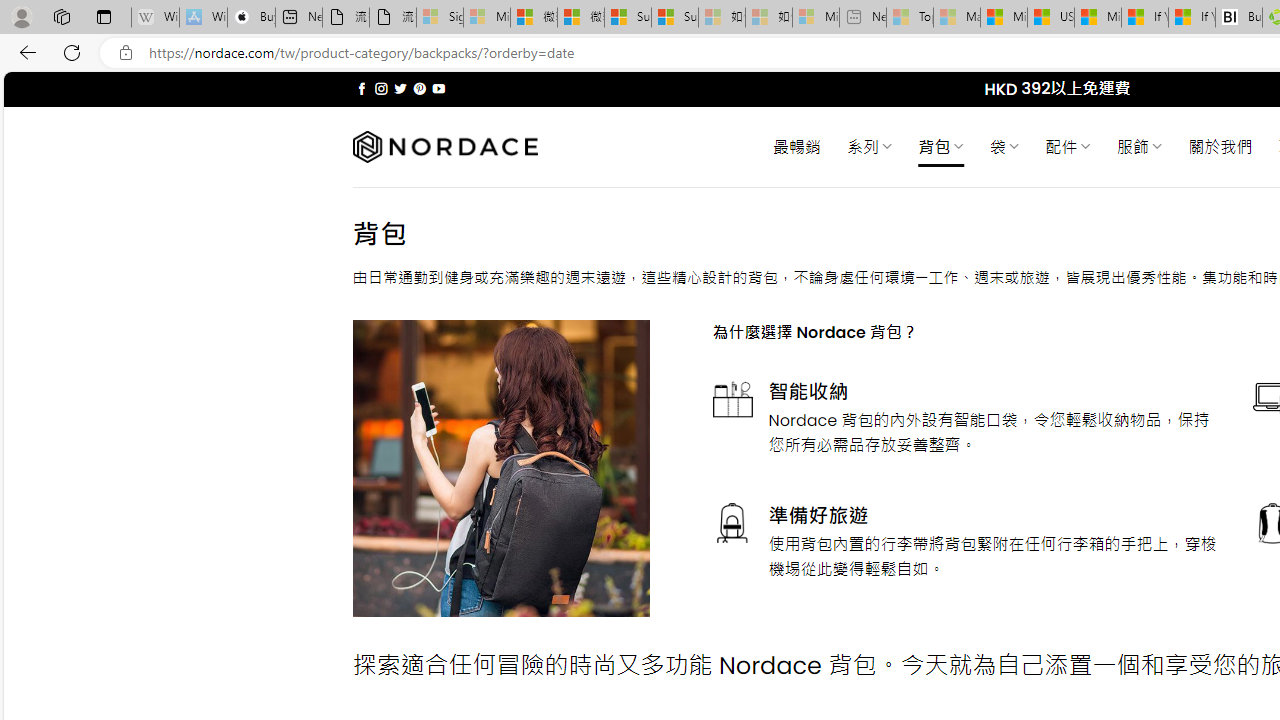  I want to click on 'Microsoft Services Agreement - Sleeping', so click(486, 17).